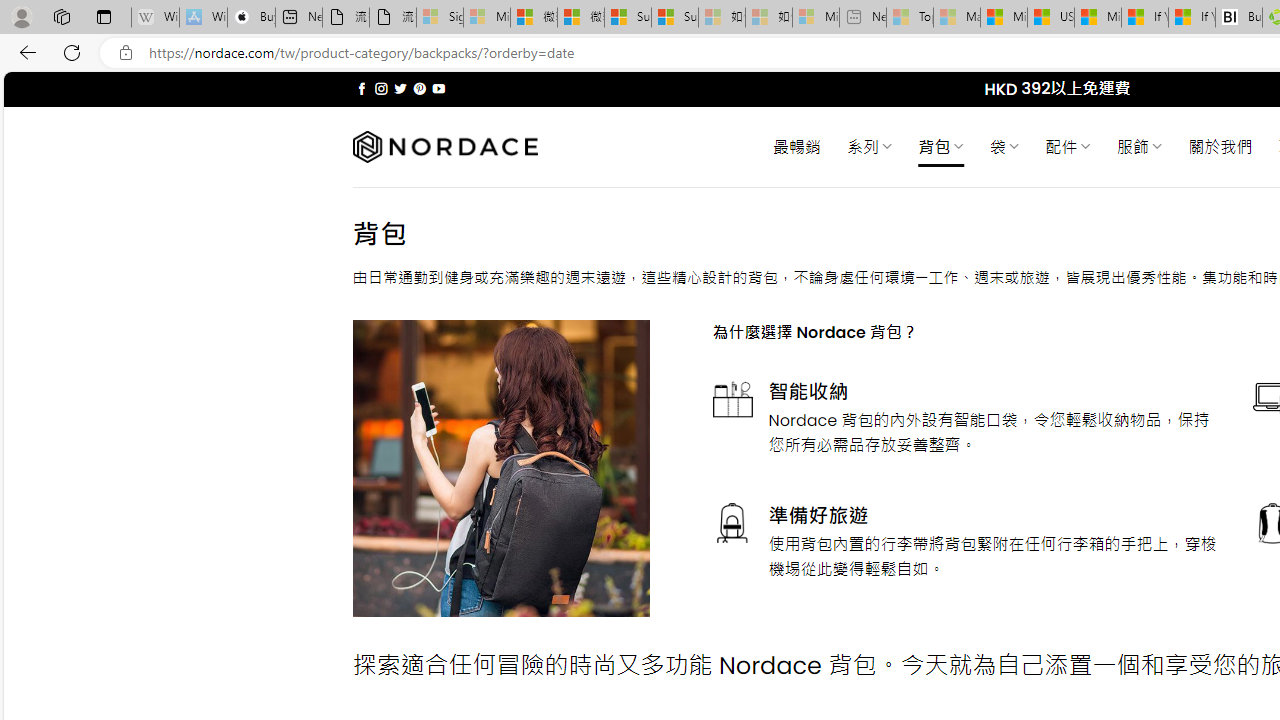  I want to click on 'Microsoft Services Agreement - Sleeping', so click(486, 17).